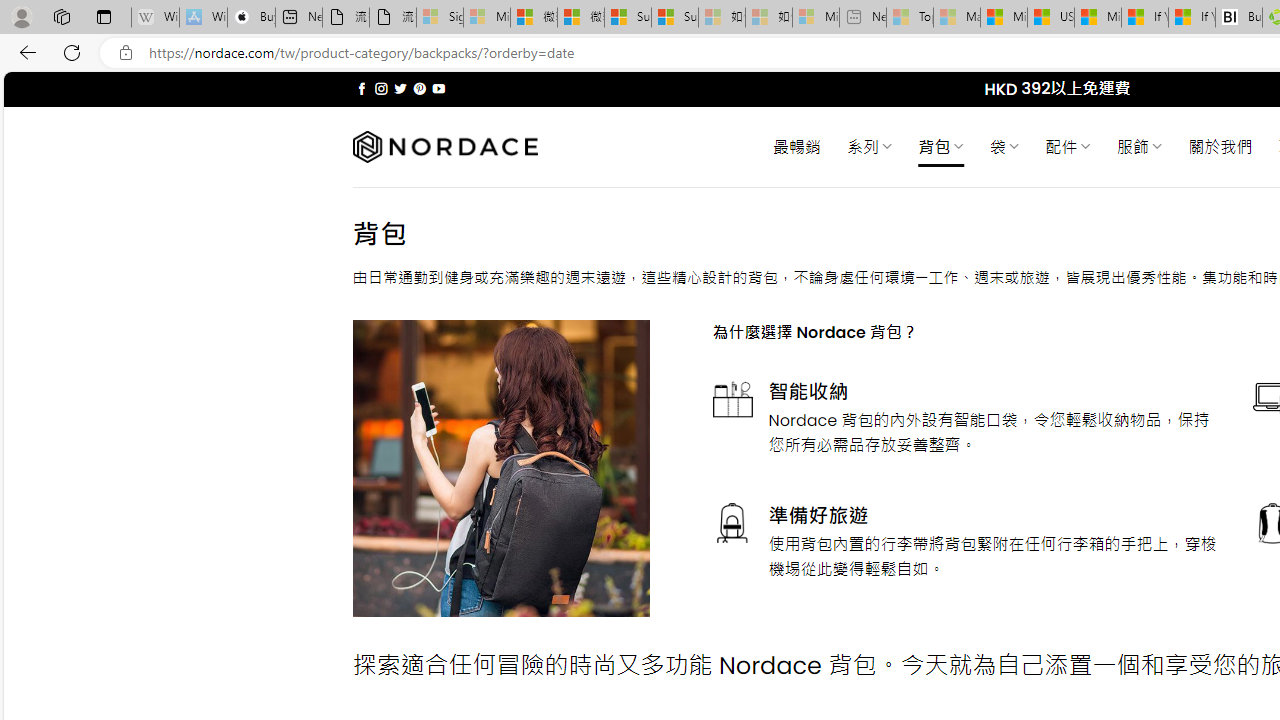  I want to click on 'Microsoft Services Agreement - Sleeping', so click(486, 17).